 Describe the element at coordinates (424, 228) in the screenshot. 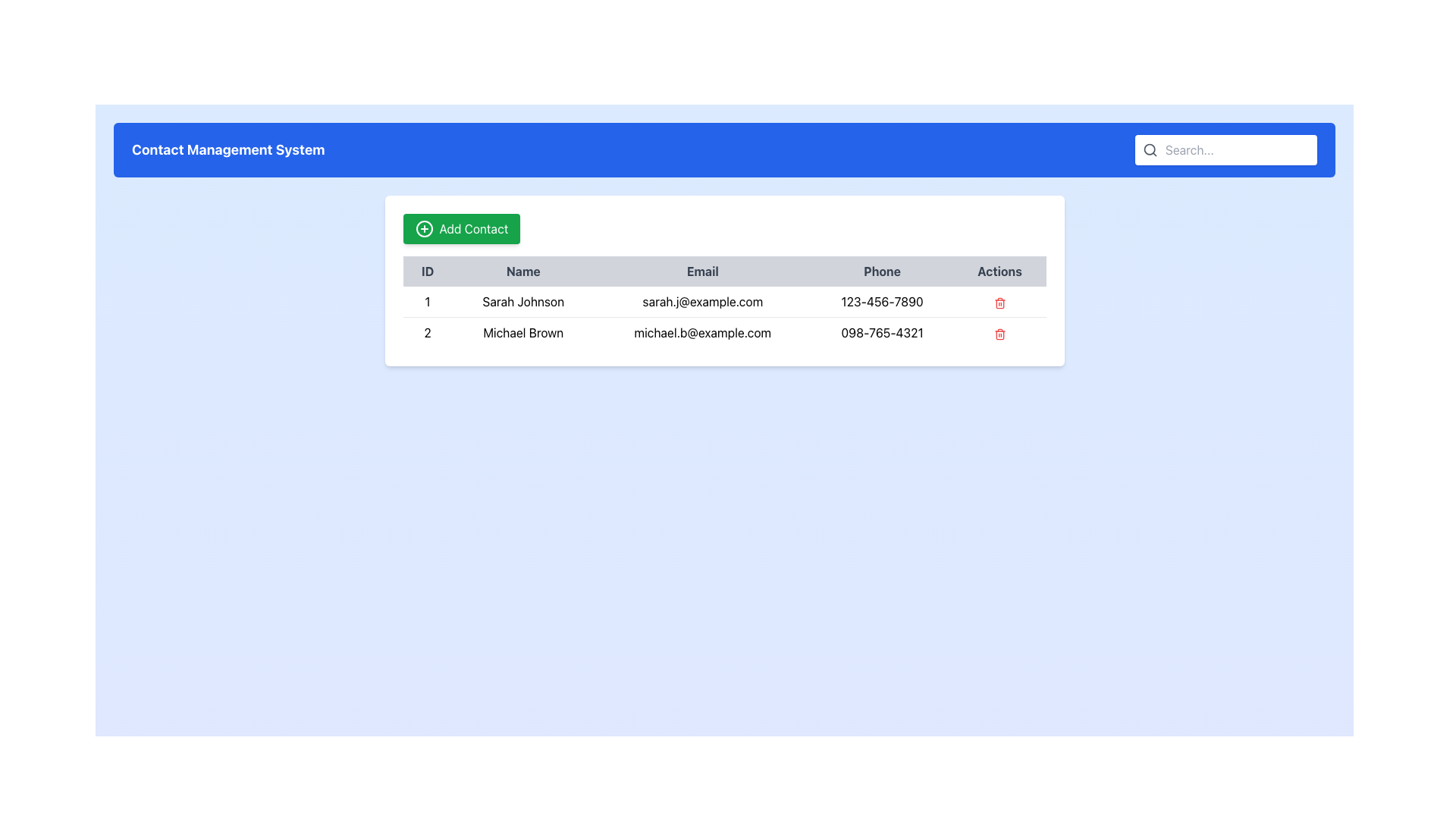

I see `the circular green icon with a white plus sign located on the left side of the 'Add Contact' button in the top-left corner of the box containing a table` at that location.